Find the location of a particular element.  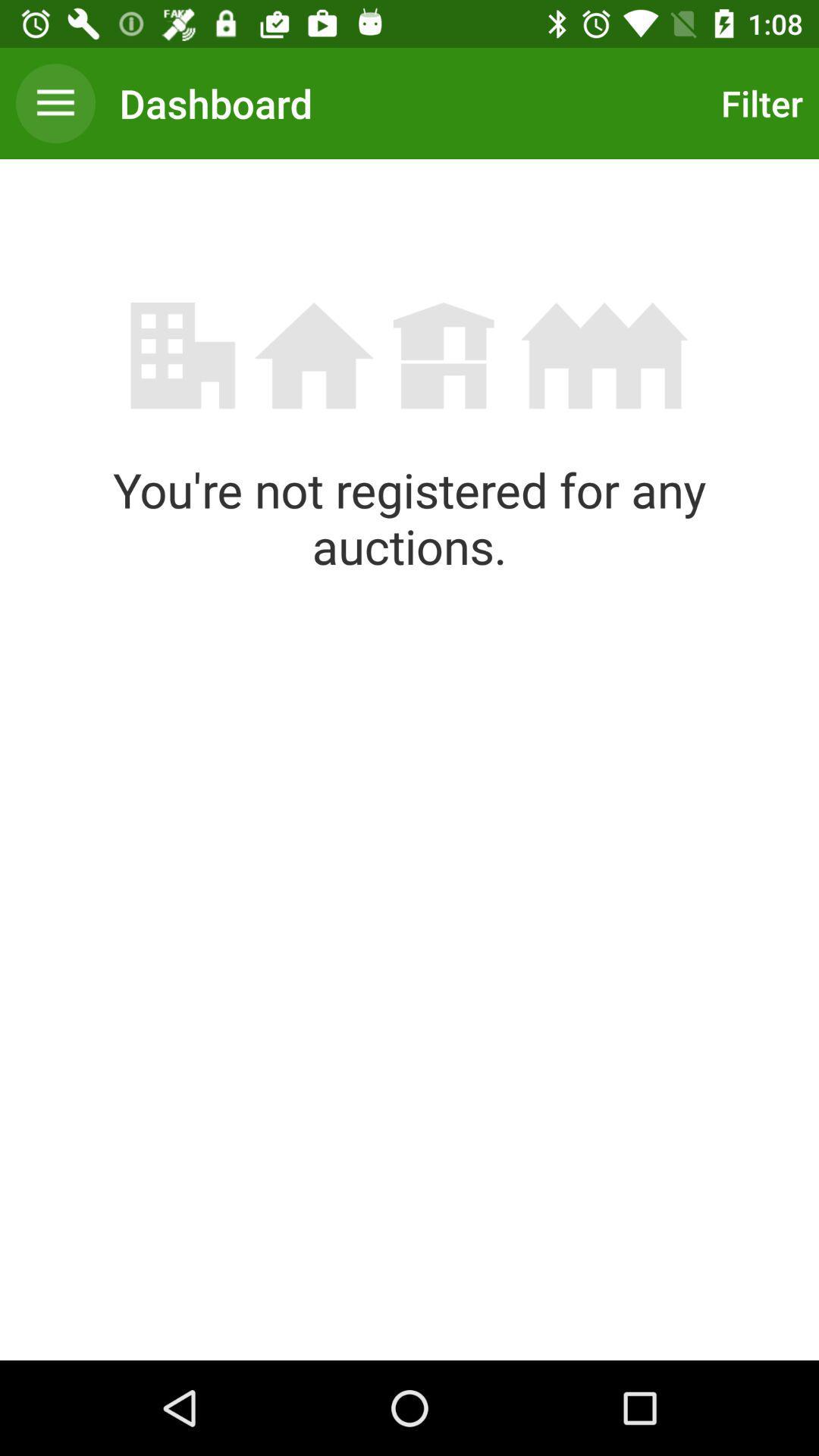

item above the you re not is located at coordinates (55, 102).